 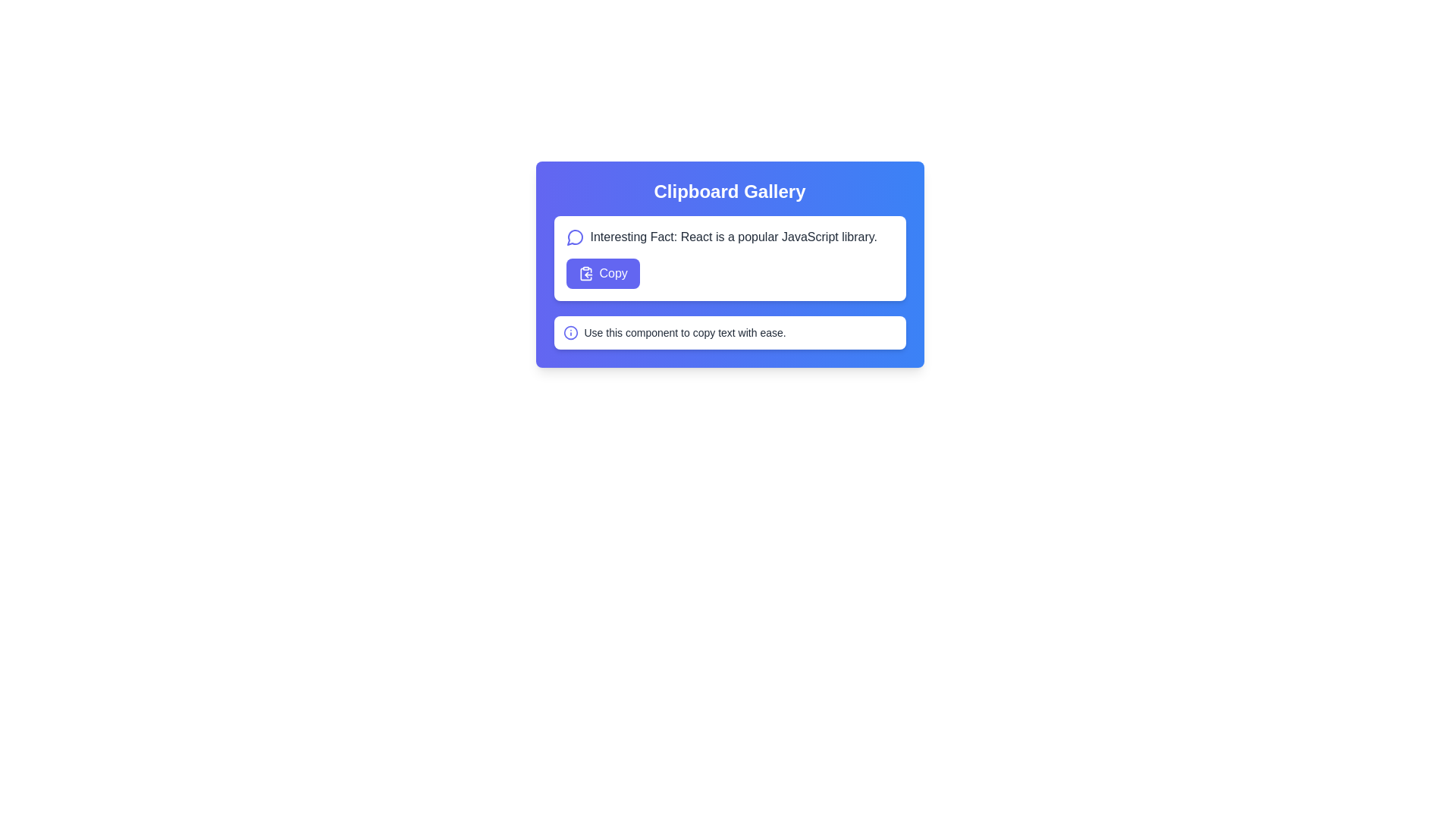 What do you see at coordinates (585, 274) in the screenshot?
I see `the function of the clipboard icon next to the 'Copy' text label, which is part of the 'Copy' button` at bounding box center [585, 274].